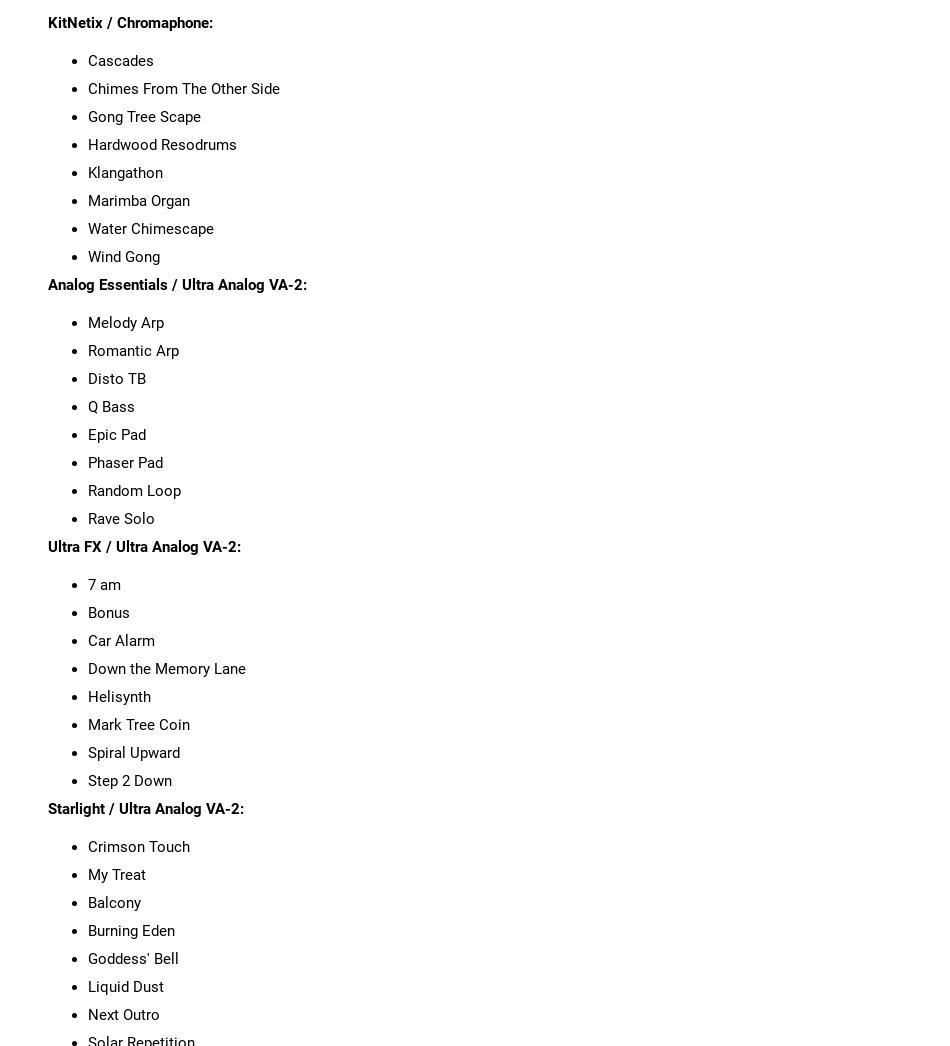 The image size is (950, 1046). Describe the element at coordinates (165, 666) in the screenshot. I see `'Down the Memory Lane'` at that location.